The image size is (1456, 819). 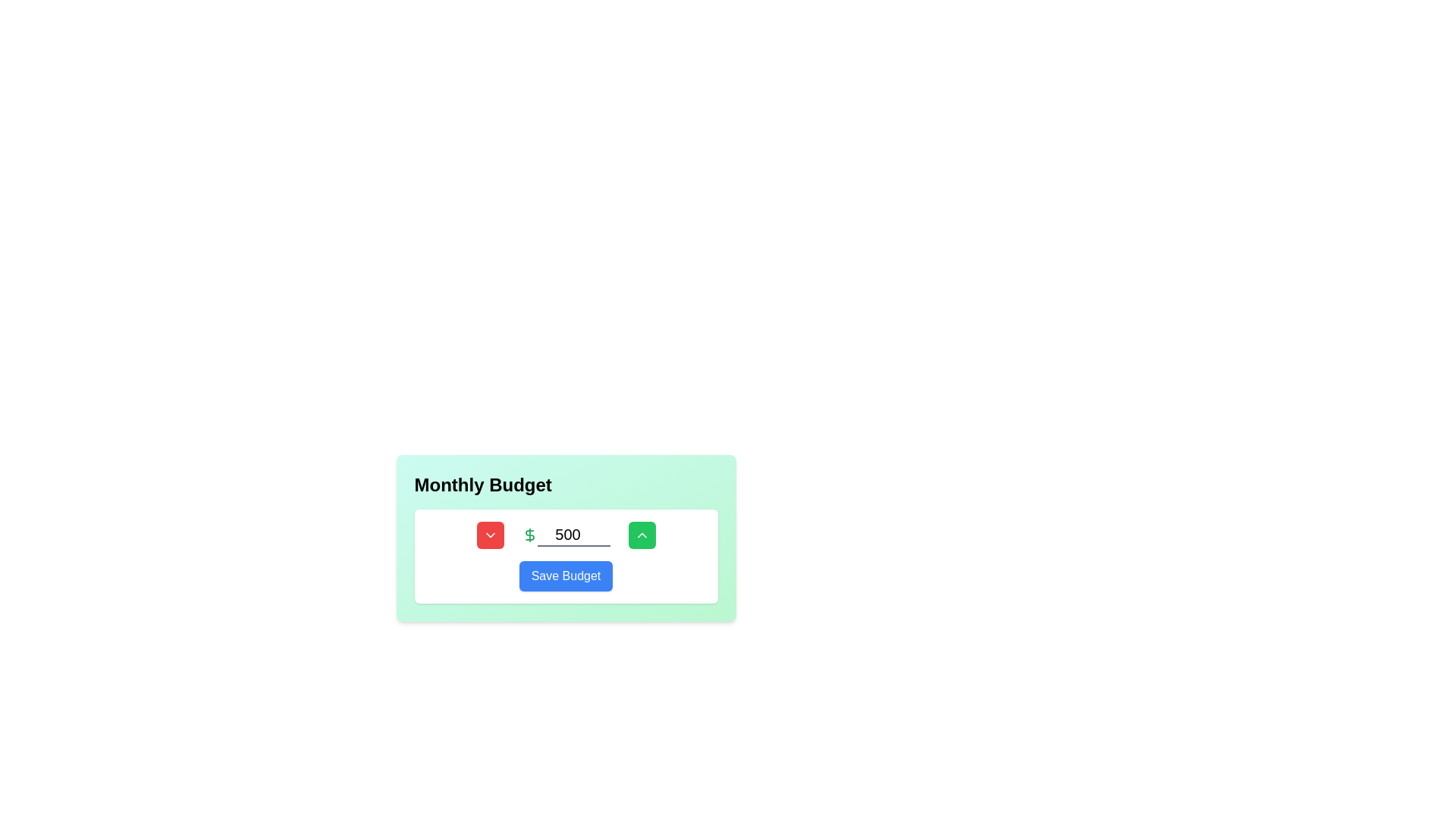 I want to click on the up arrow button on the budget input interface to increase the value, so click(x=565, y=537).